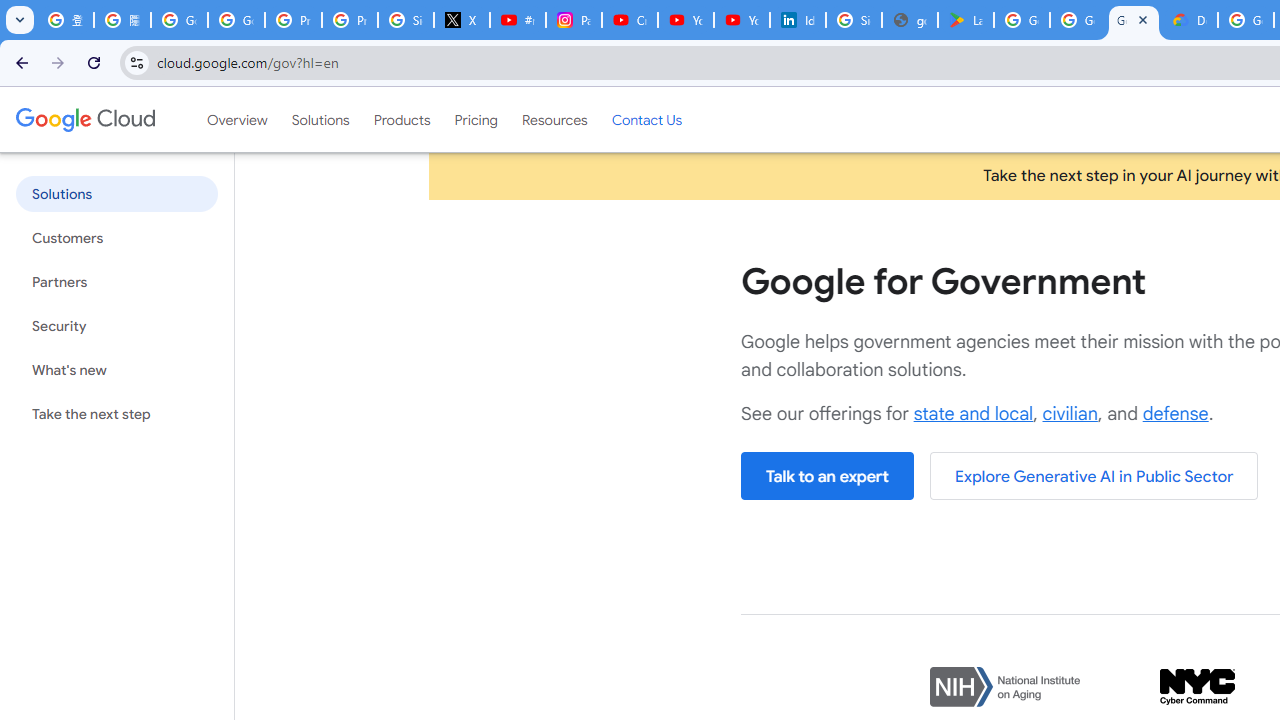 This screenshot has height=720, width=1280. I want to click on 'Security', so click(115, 325).